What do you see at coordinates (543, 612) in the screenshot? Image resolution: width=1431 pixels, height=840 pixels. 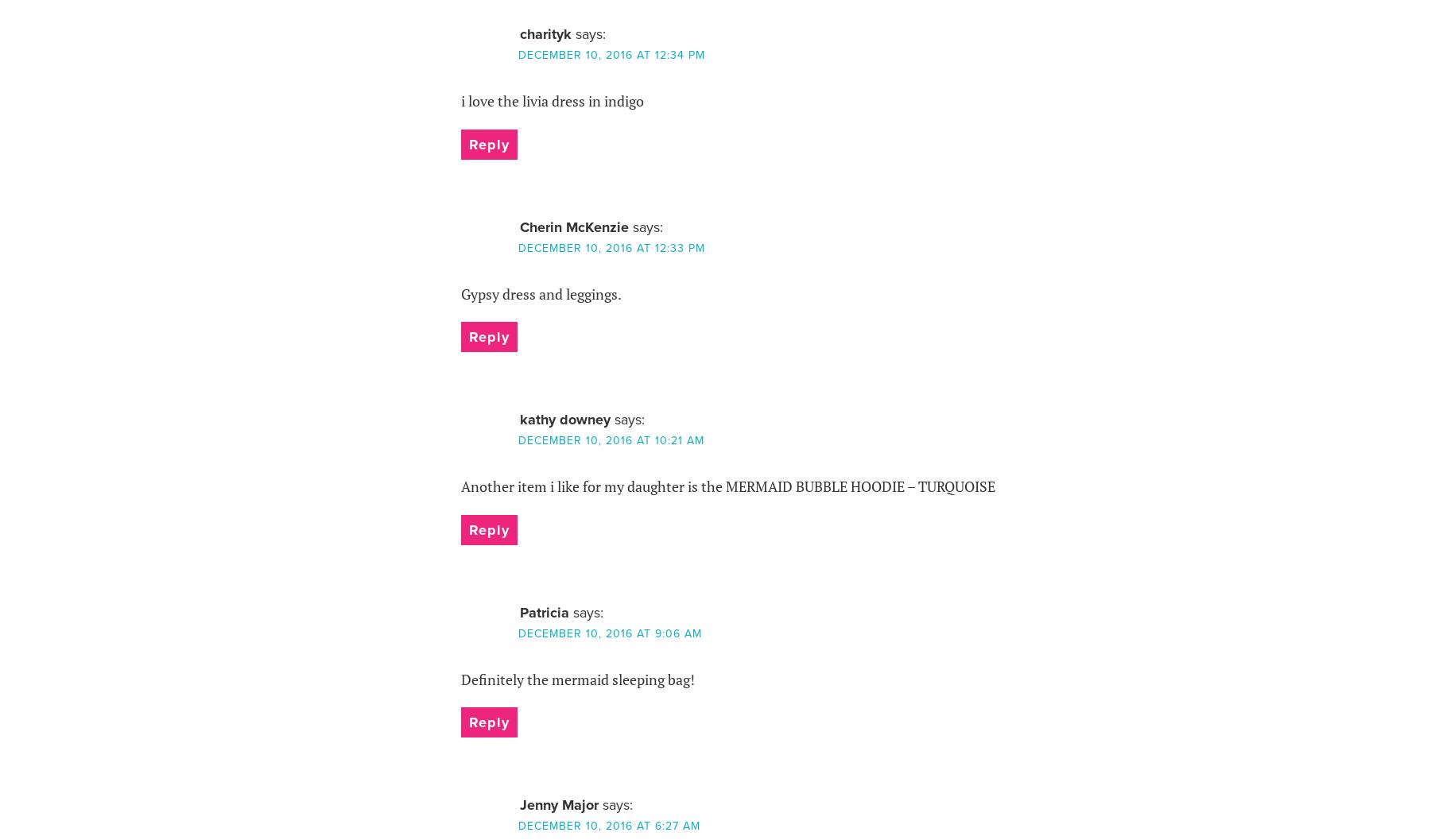 I see `'Patricia'` at bounding box center [543, 612].